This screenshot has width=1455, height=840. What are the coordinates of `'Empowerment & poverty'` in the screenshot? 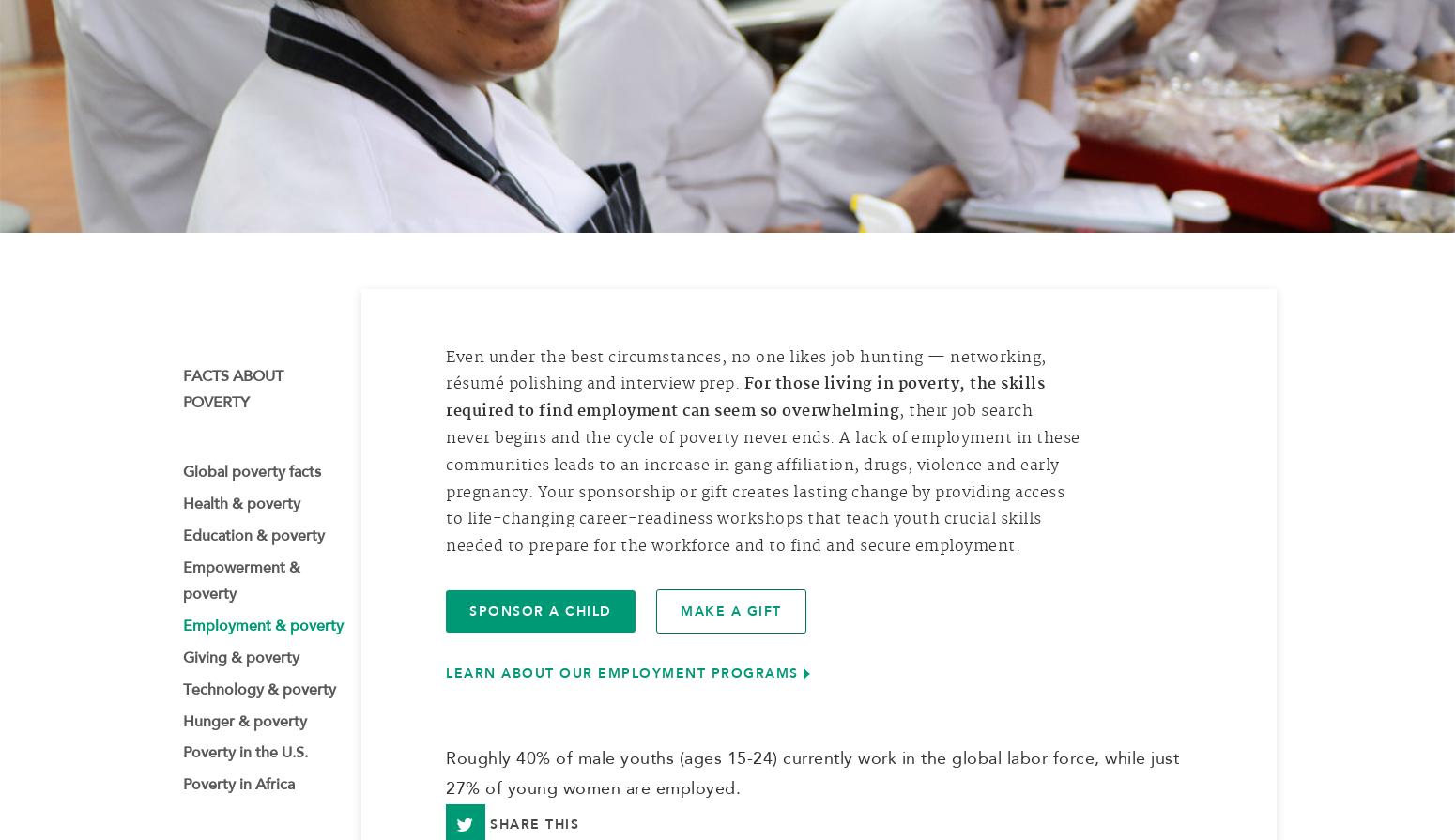 It's located at (241, 588).